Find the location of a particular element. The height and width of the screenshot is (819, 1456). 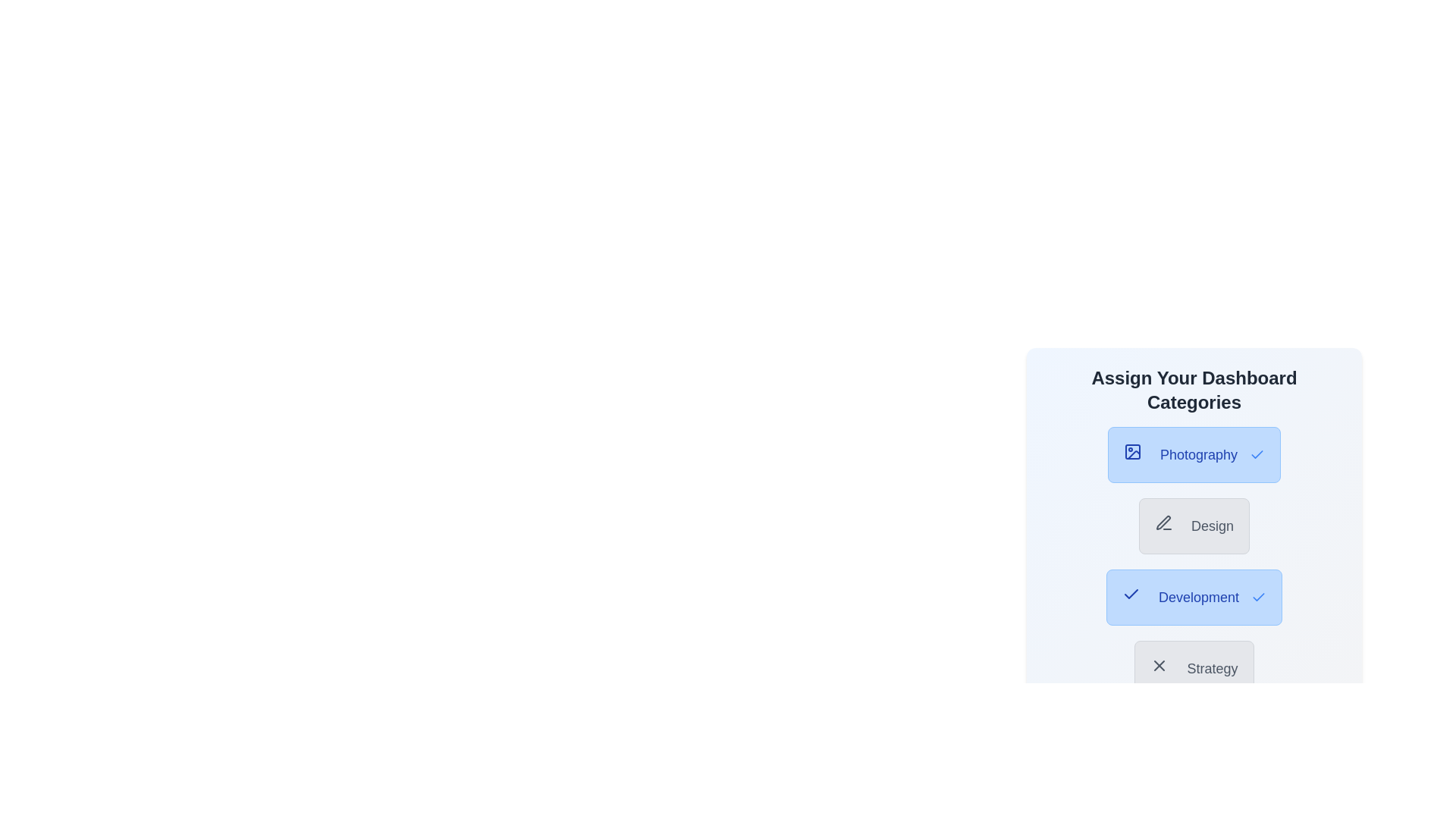

the category button labeled 'Design' to observe the hover effect is located at coordinates (1193, 526).